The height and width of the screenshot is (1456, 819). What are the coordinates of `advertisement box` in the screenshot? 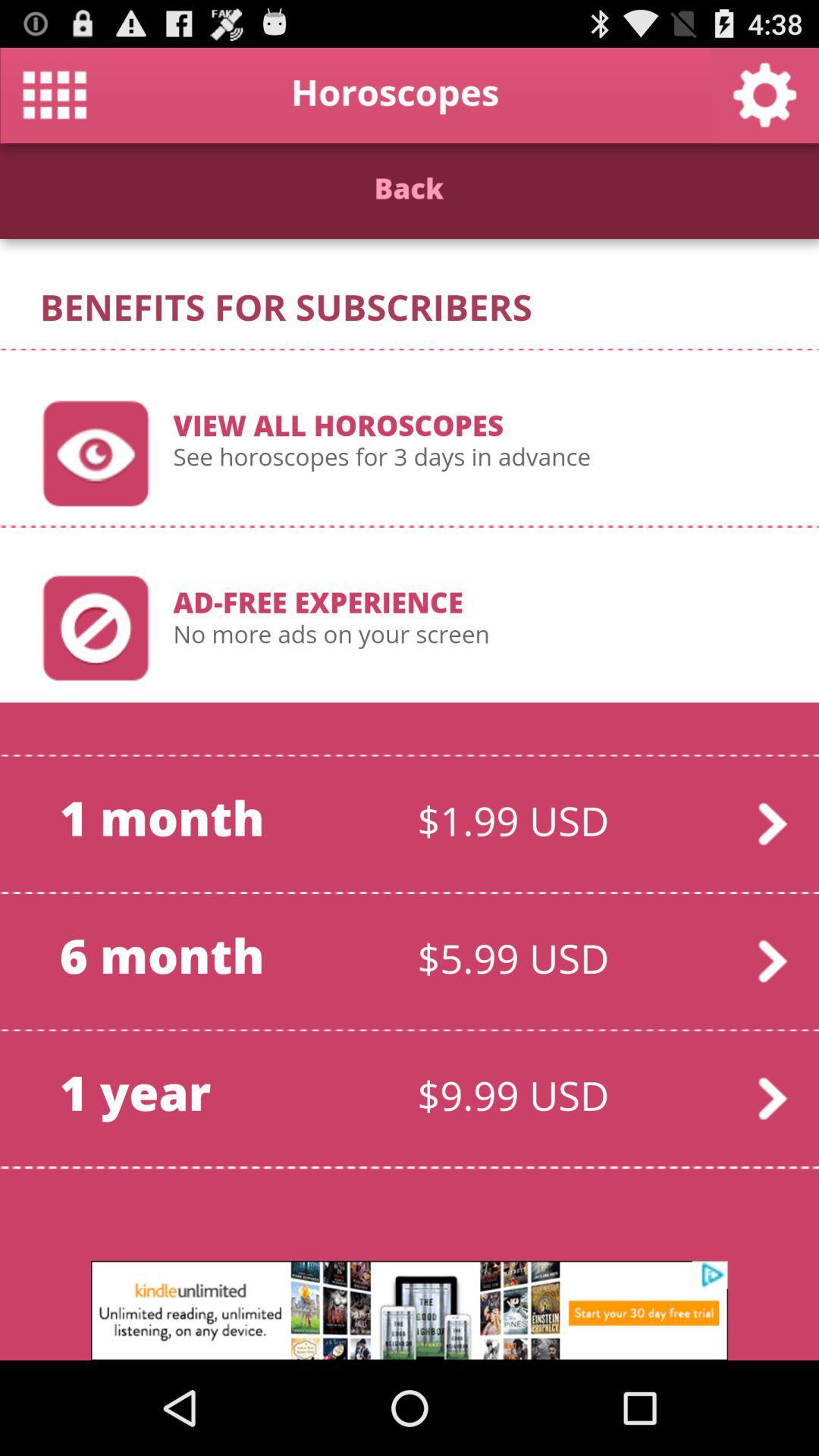 It's located at (409, 1310).